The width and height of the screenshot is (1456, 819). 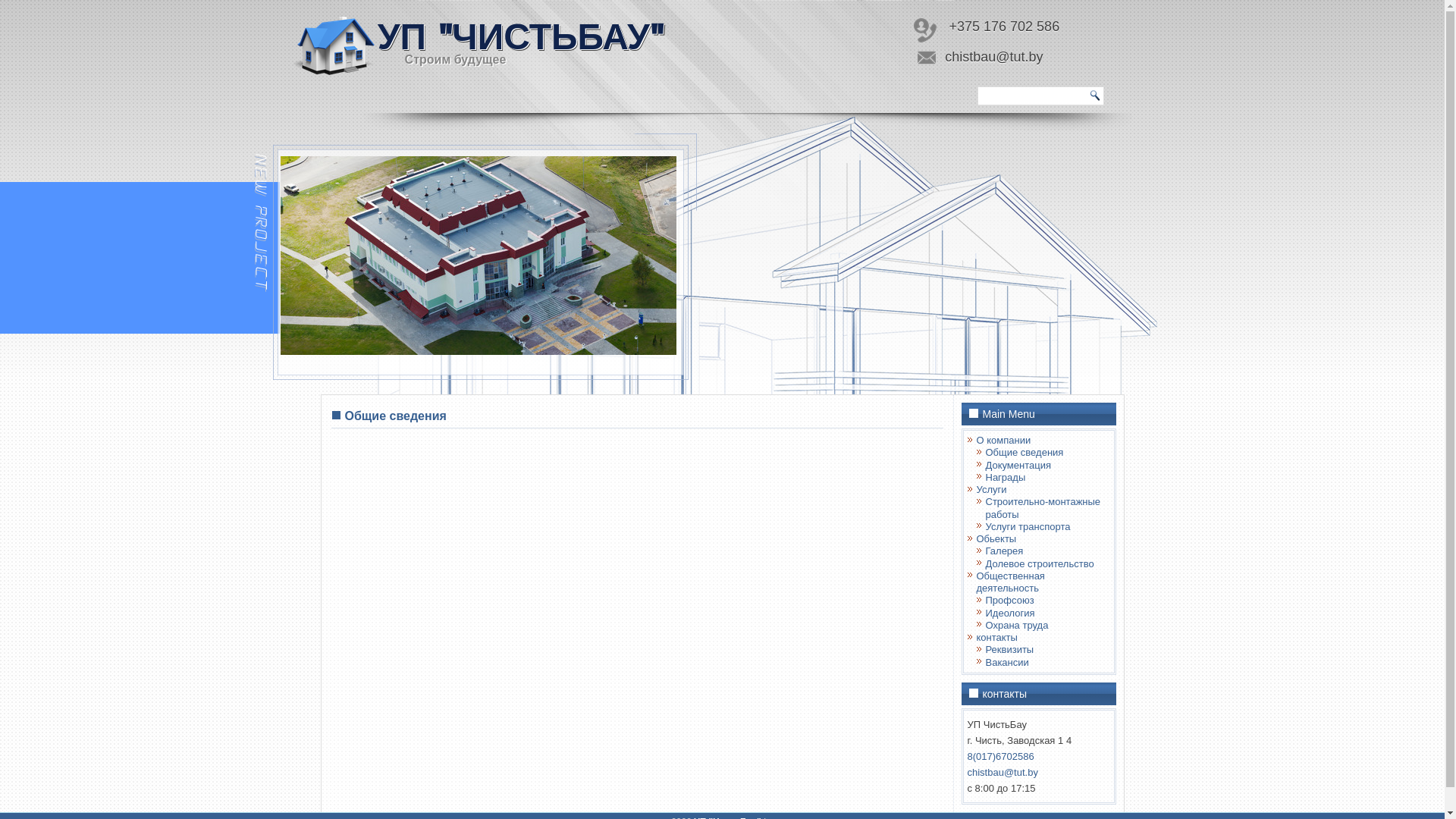 I want to click on '8(017)6702586', so click(x=1001, y=756).